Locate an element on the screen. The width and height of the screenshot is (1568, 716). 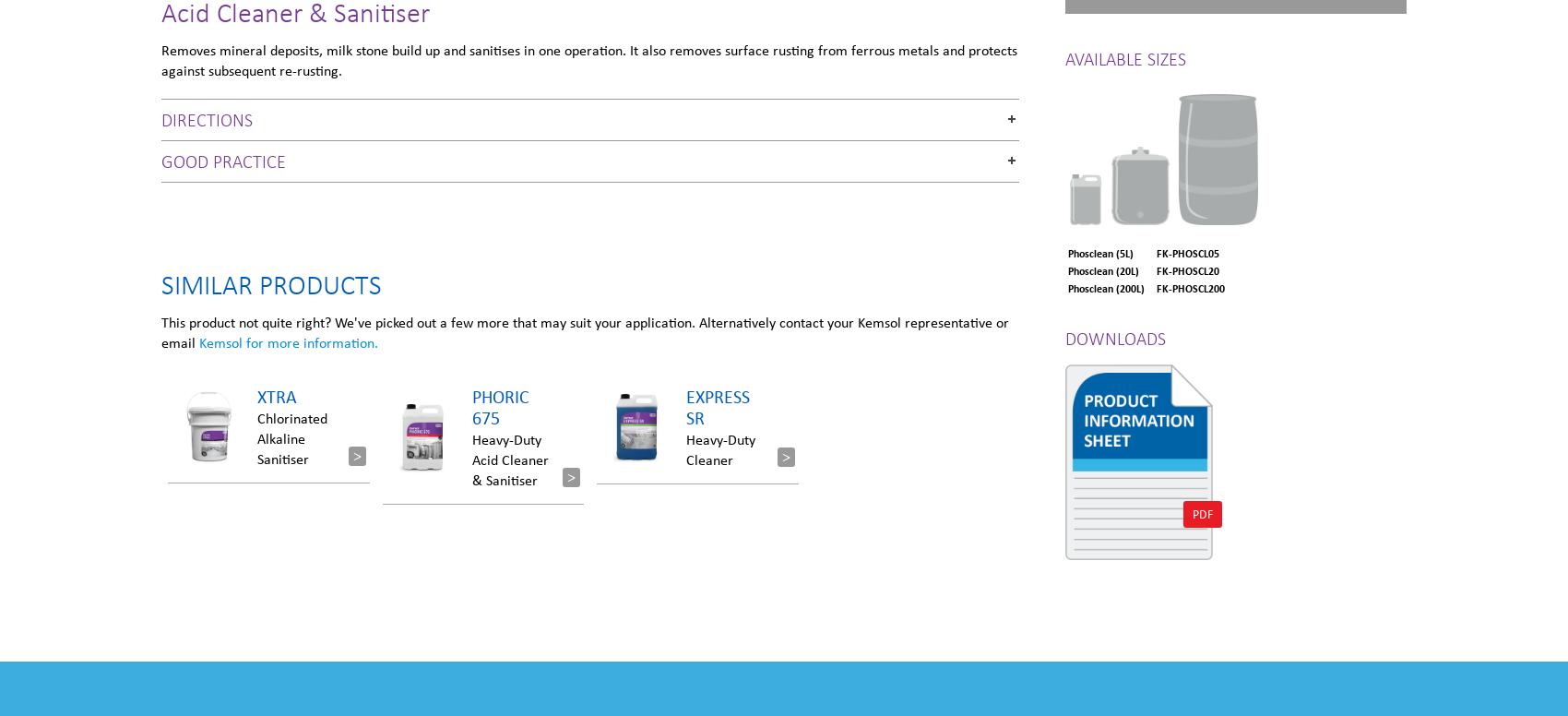
'Good Practice' is located at coordinates (223, 159).